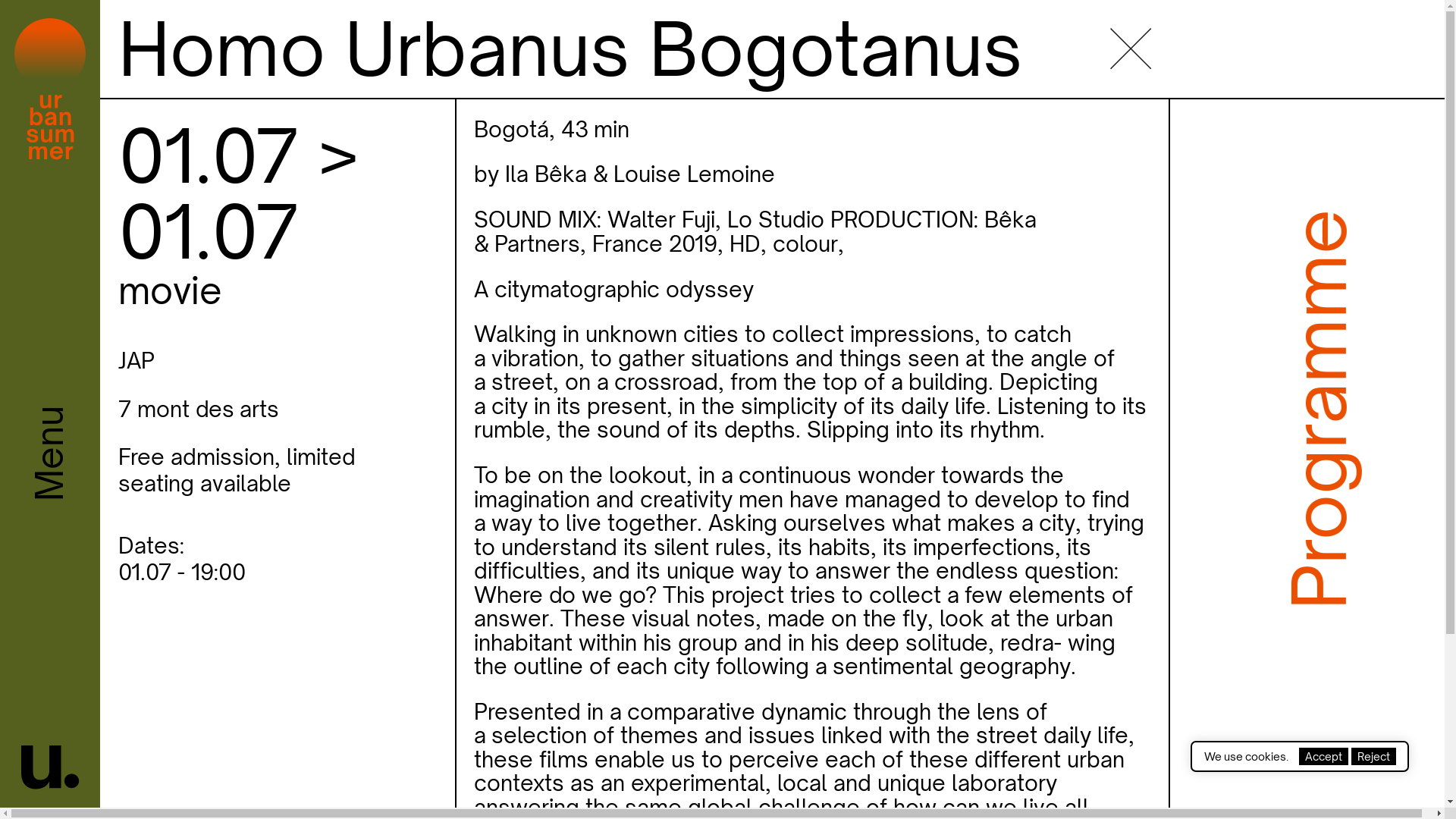  I want to click on 'Menu', so click(0, 403).